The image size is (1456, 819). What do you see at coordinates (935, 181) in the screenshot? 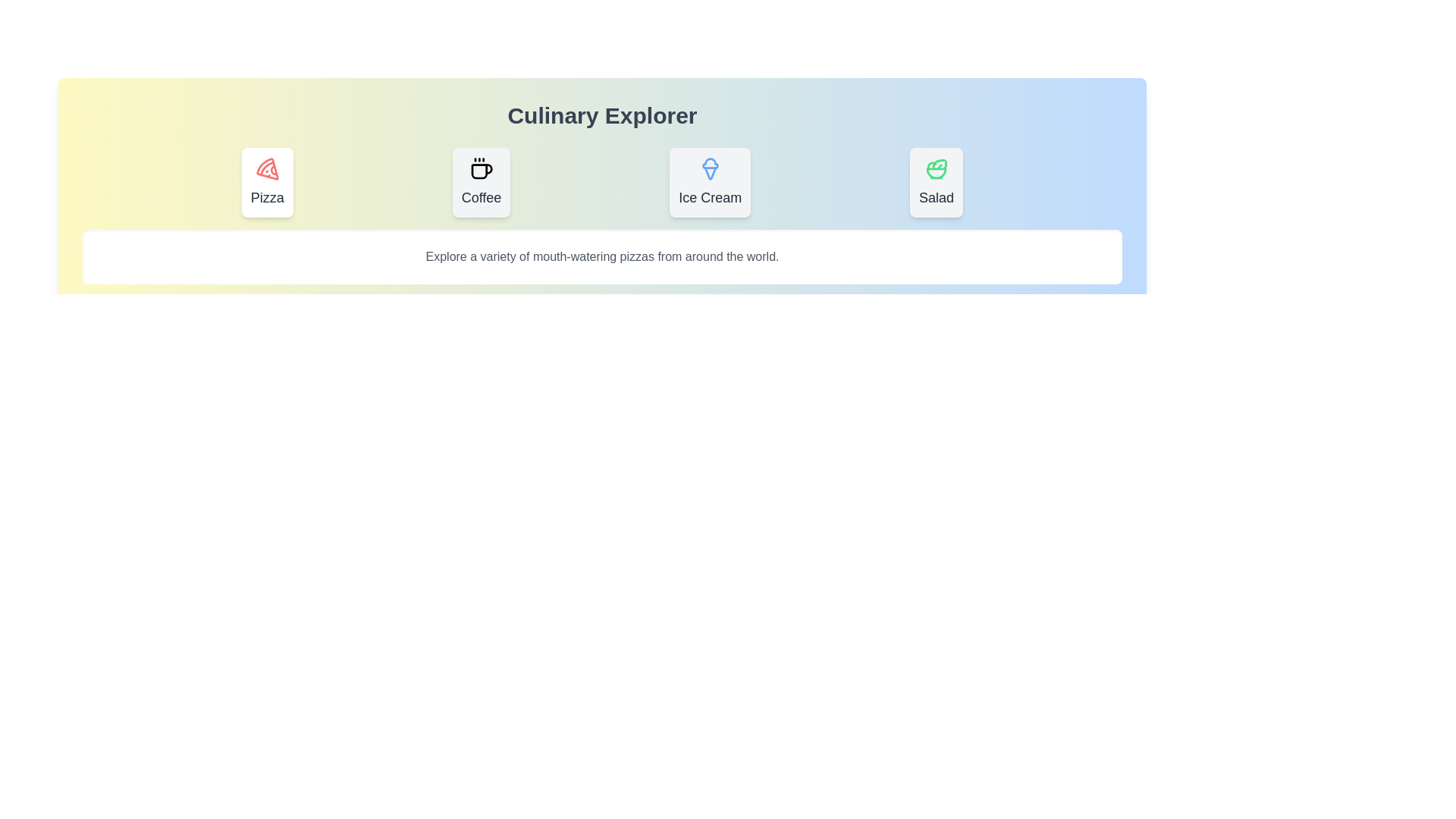
I see `the 'Salad' tab to display its content` at bounding box center [935, 181].